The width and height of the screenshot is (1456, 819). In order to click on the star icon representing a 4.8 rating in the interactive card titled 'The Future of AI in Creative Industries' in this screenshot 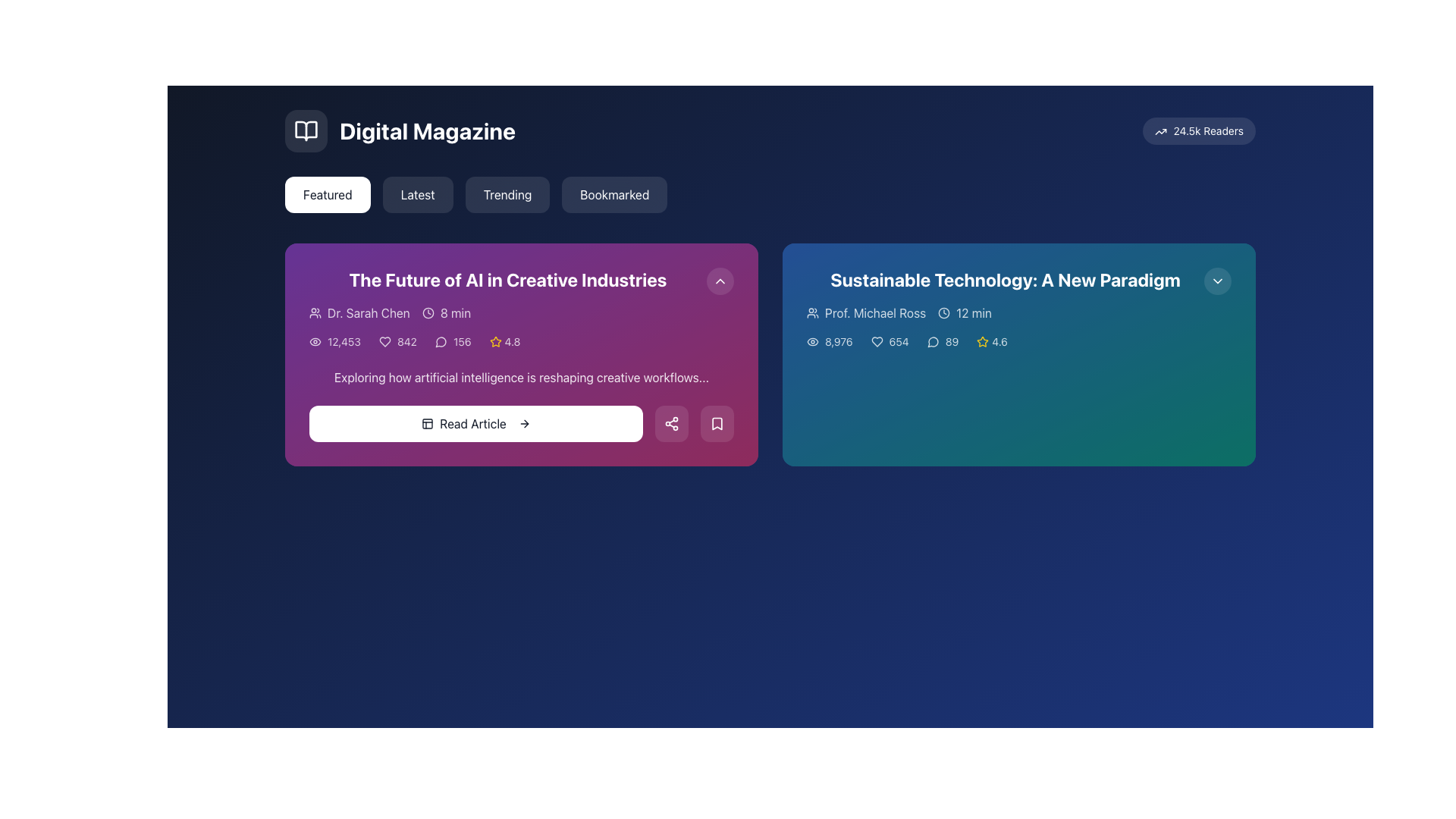, I will do `click(495, 341)`.